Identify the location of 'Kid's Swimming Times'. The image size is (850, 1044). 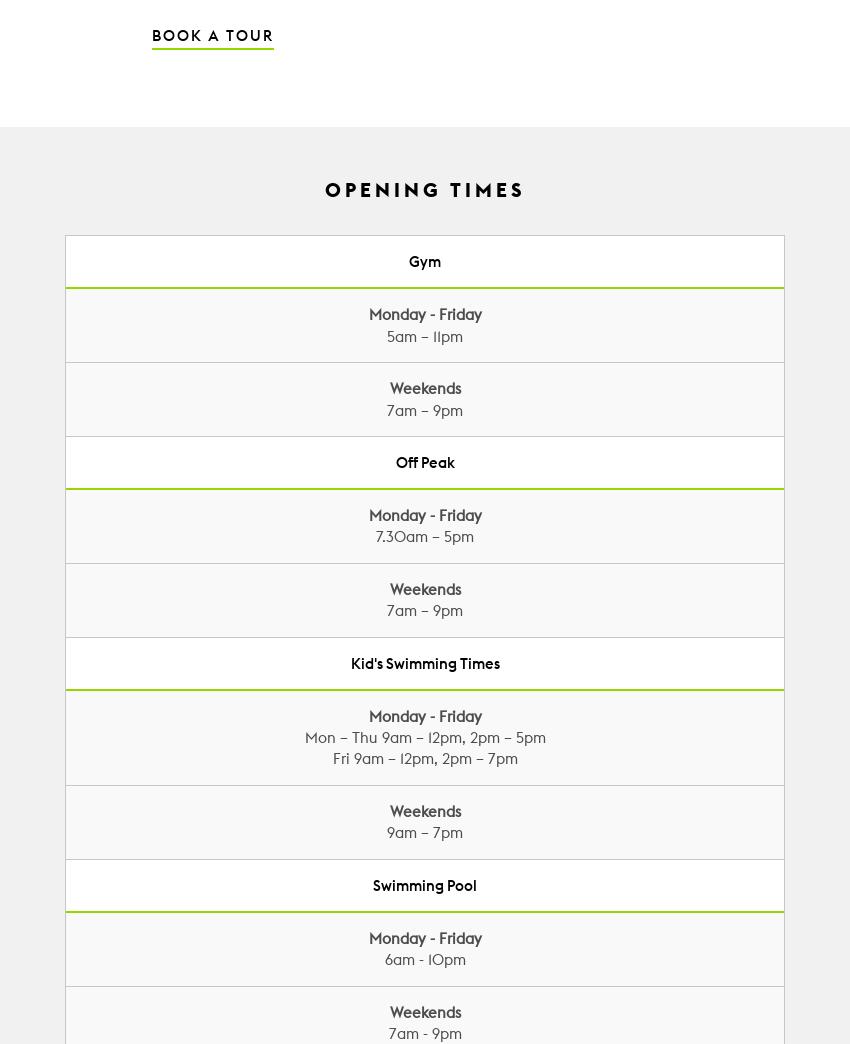
(424, 661).